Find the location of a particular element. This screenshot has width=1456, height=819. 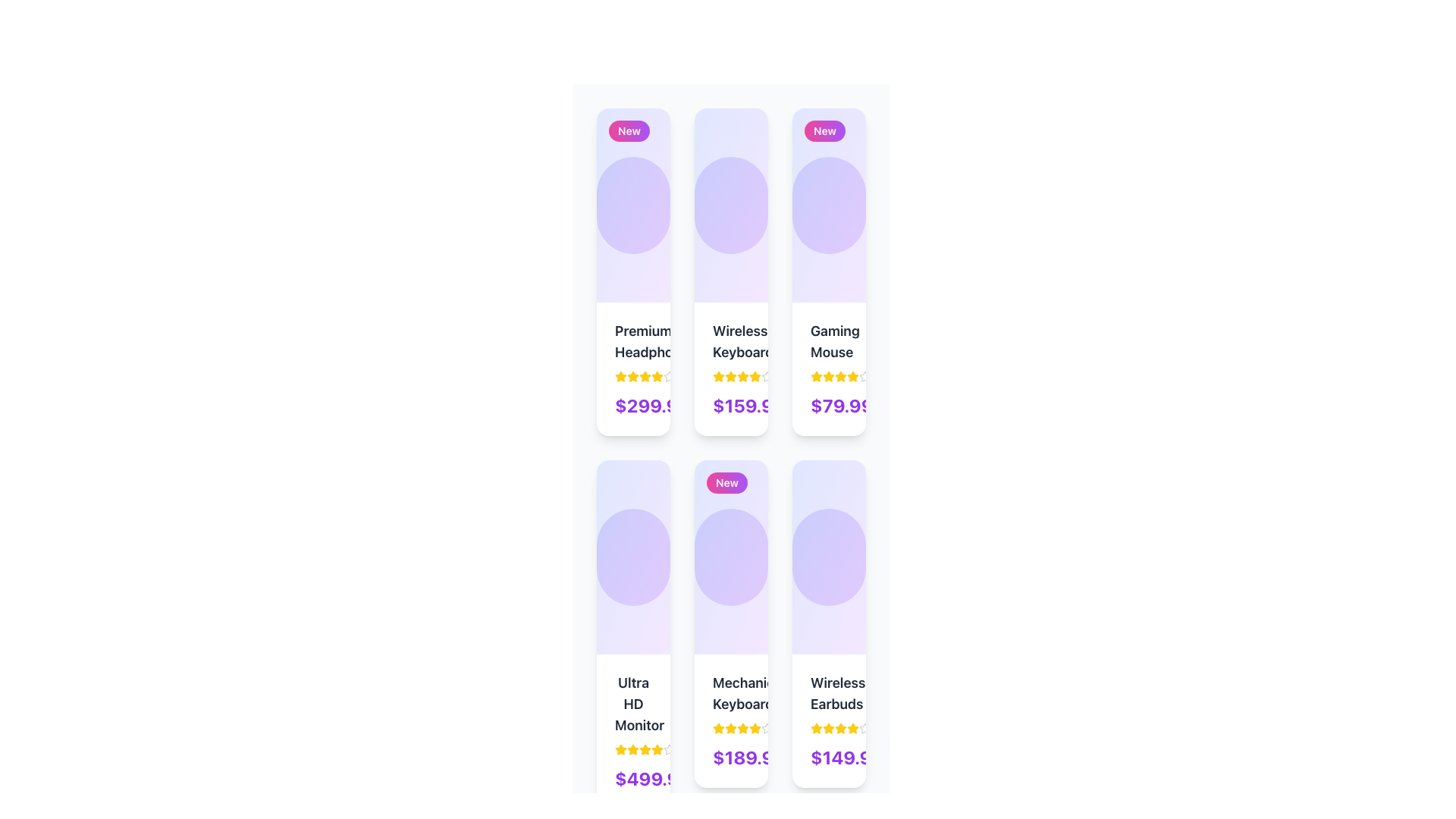

the star icon representing the second element in the rating system for the product 'Wireless Keyboard', located below the title and above the price is located at coordinates (755, 375).